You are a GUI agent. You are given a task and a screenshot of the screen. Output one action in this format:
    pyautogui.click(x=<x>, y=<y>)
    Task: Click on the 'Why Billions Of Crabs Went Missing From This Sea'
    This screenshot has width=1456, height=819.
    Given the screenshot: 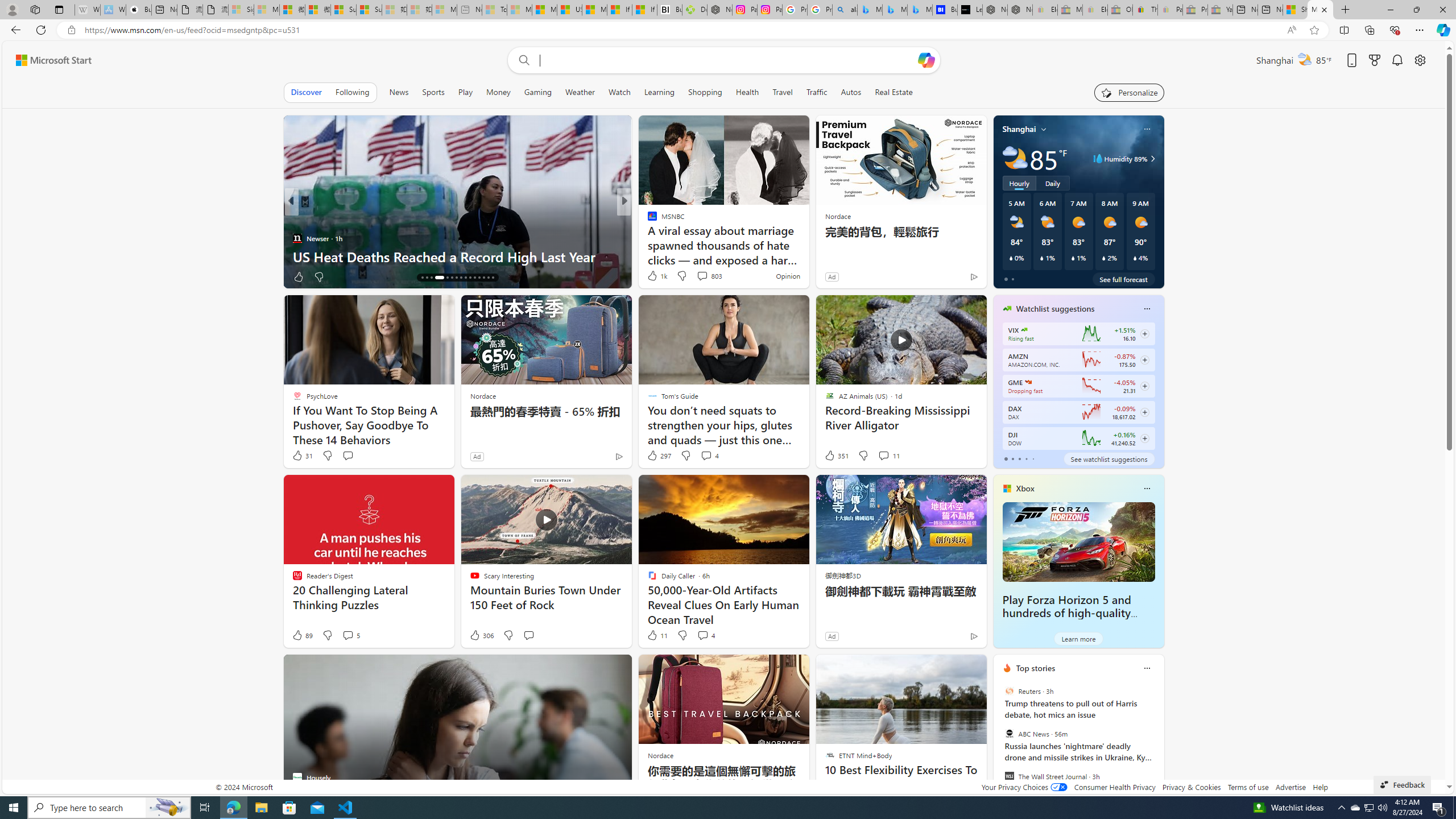 What is the action you would take?
    pyautogui.click(x=806, y=255)
    